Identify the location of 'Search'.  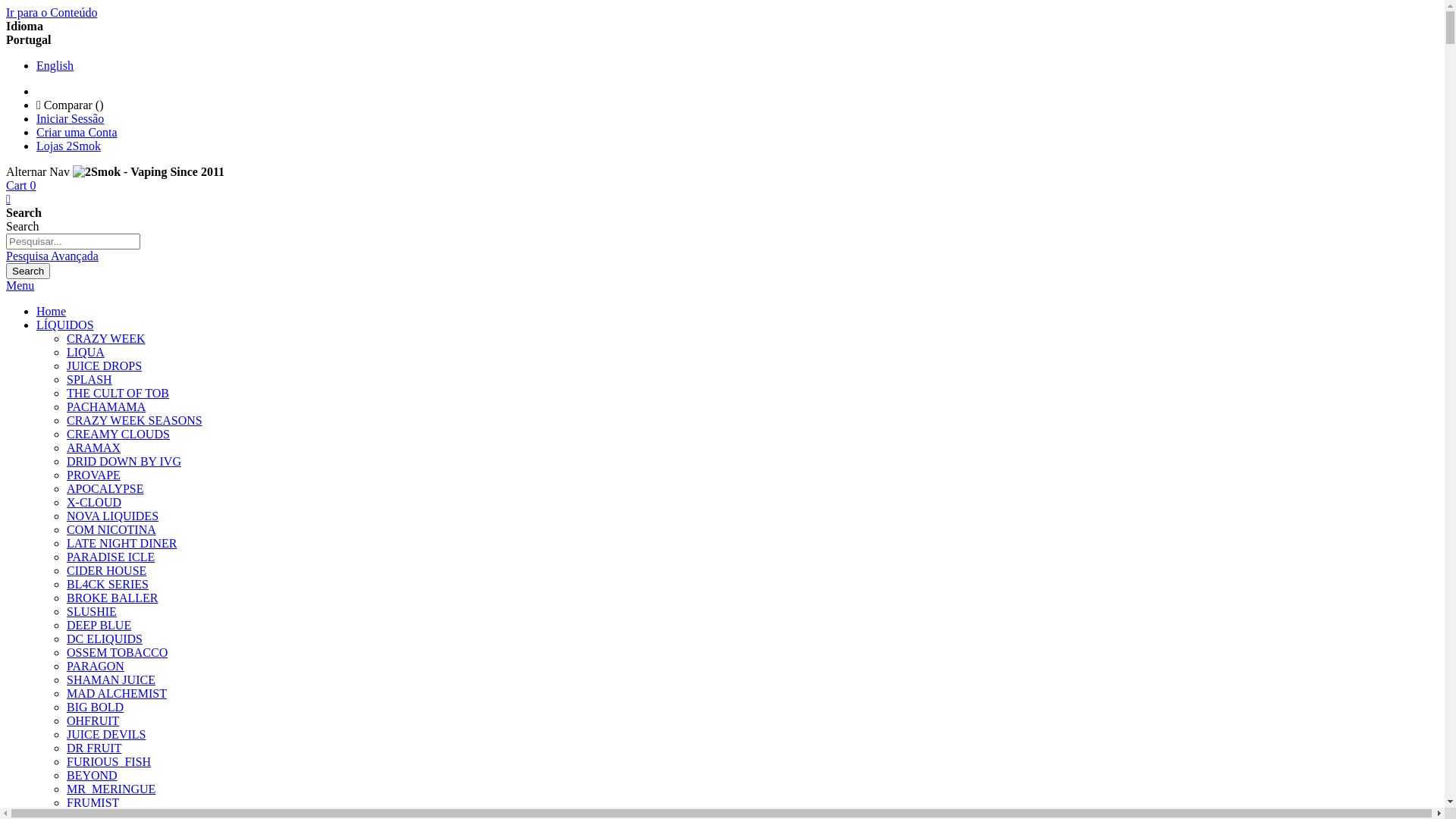
(28, 270).